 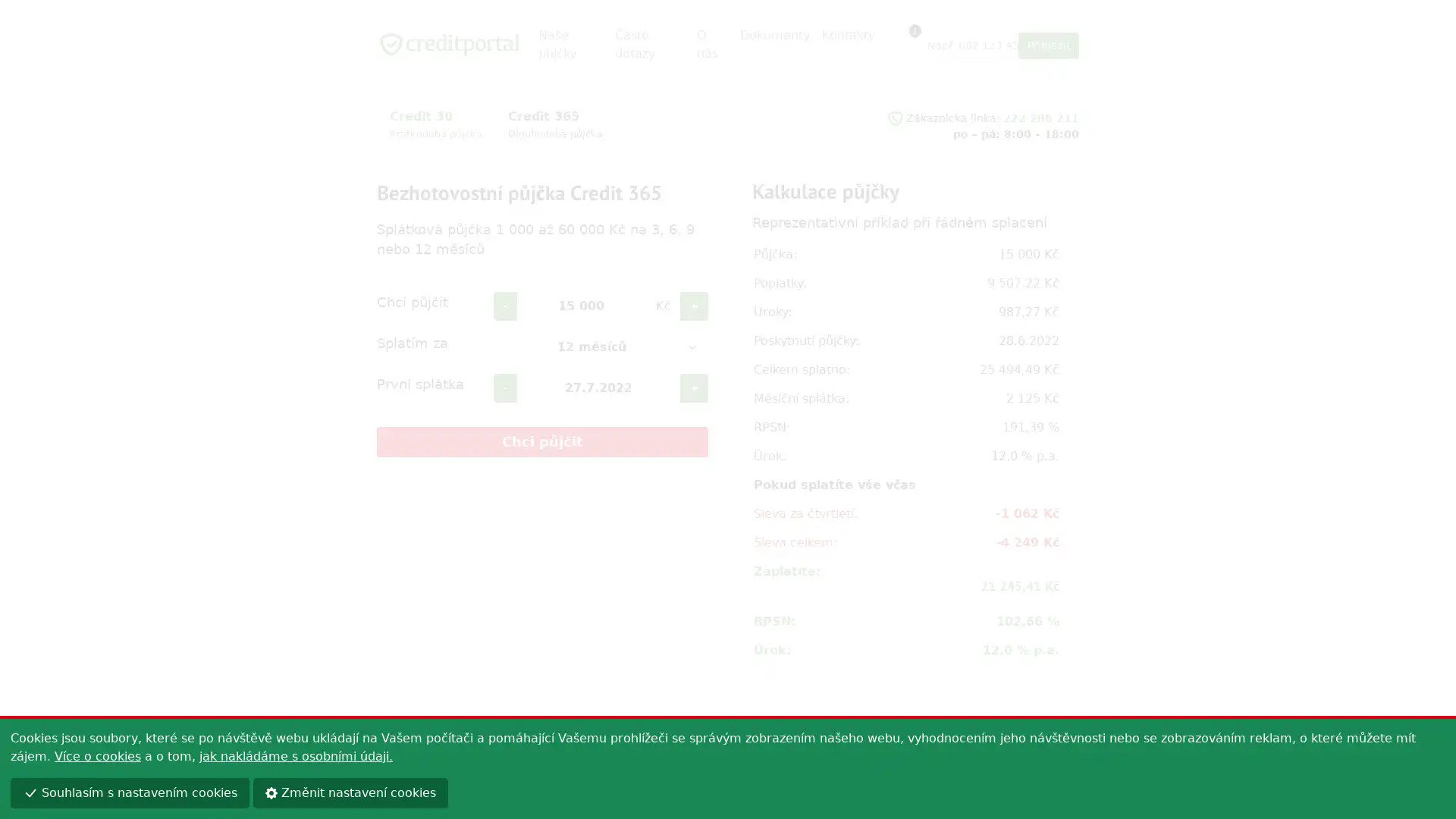 What do you see at coordinates (692, 305) in the screenshot?
I see `+` at bounding box center [692, 305].